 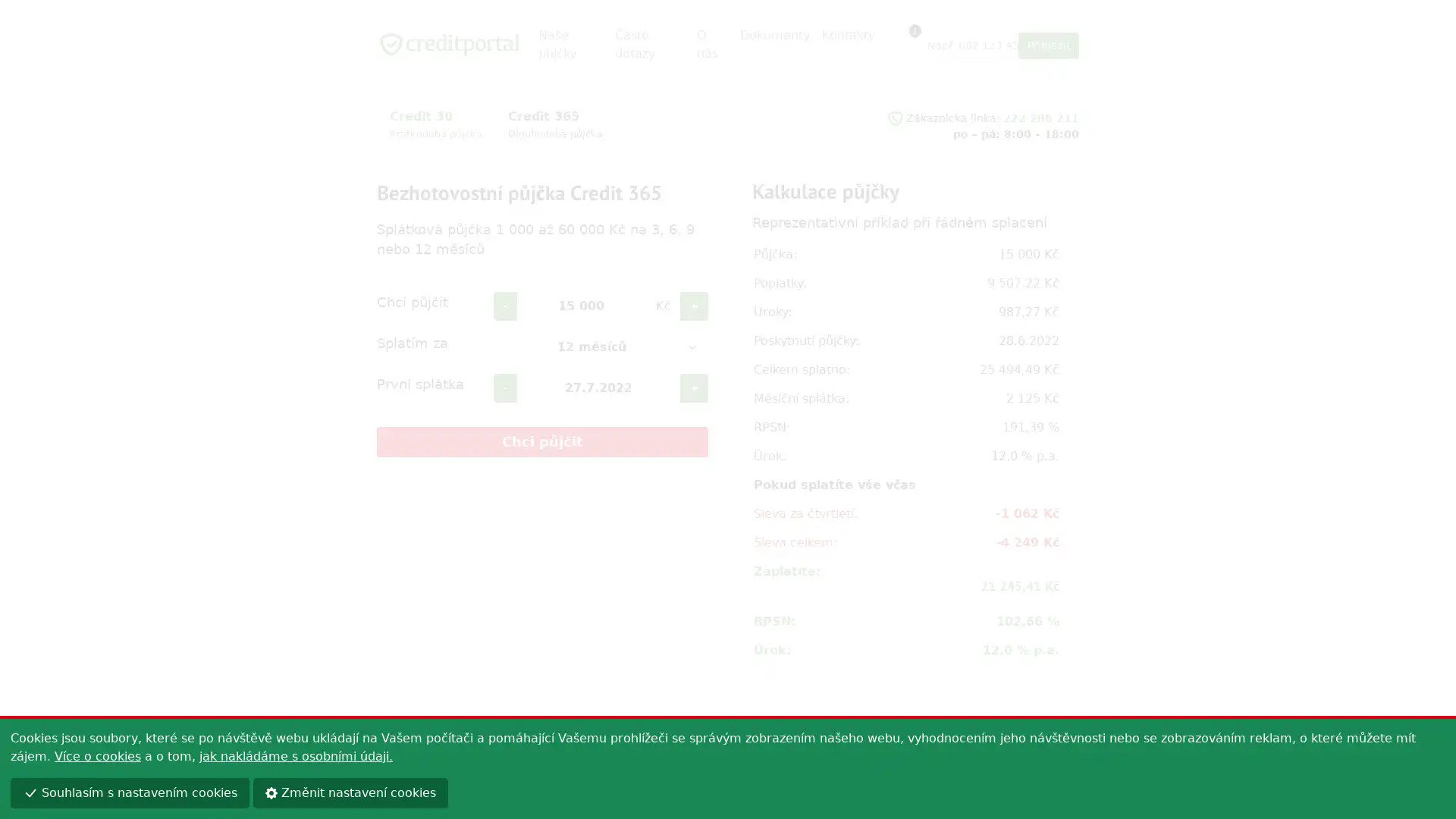 What do you see at coordinates (692, 305) in the screenshot?
I see `+` at bounding box center [692, 305].